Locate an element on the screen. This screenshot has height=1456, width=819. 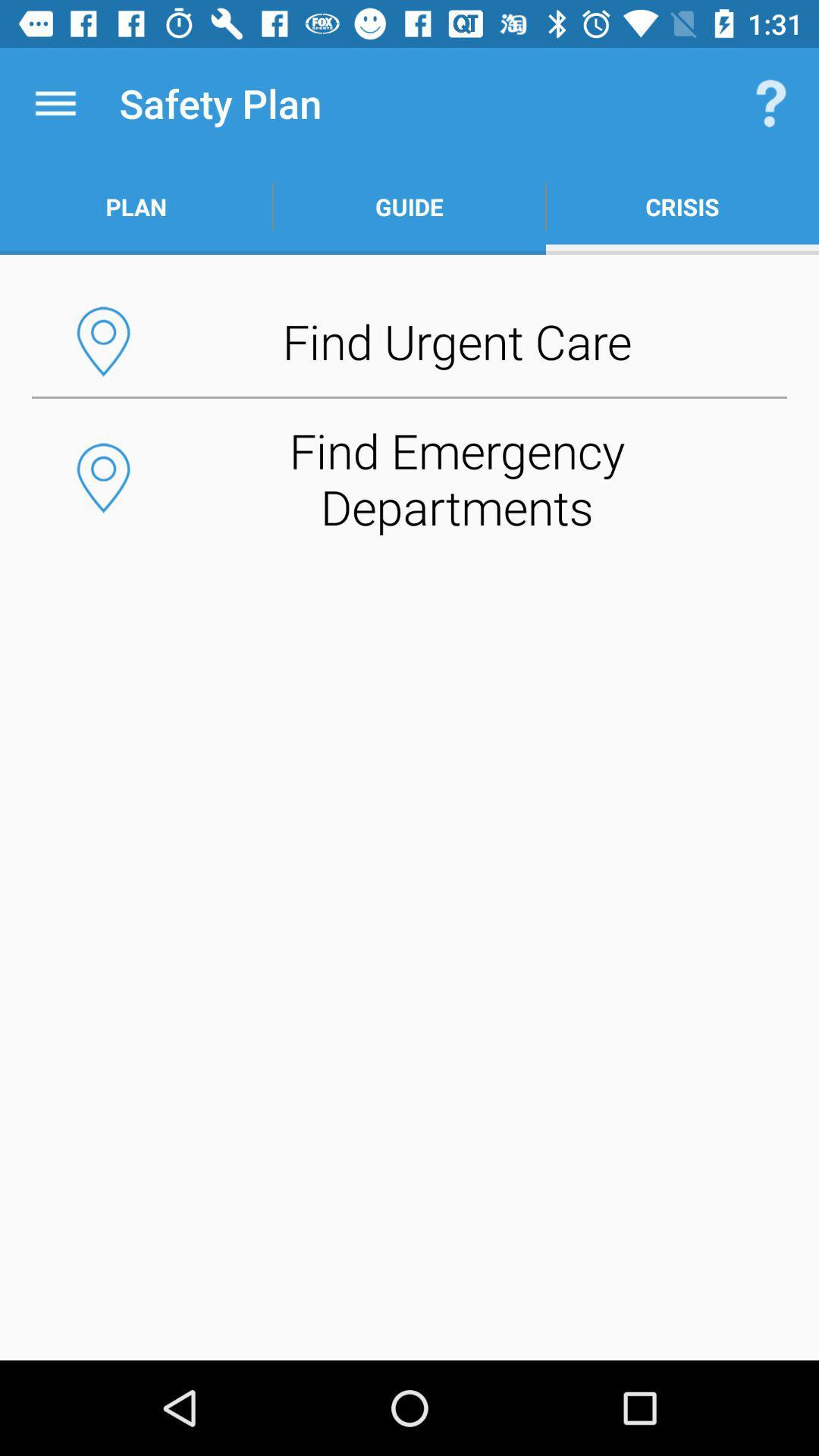
the button above find urgent care button is located at coordinates (681, 206).